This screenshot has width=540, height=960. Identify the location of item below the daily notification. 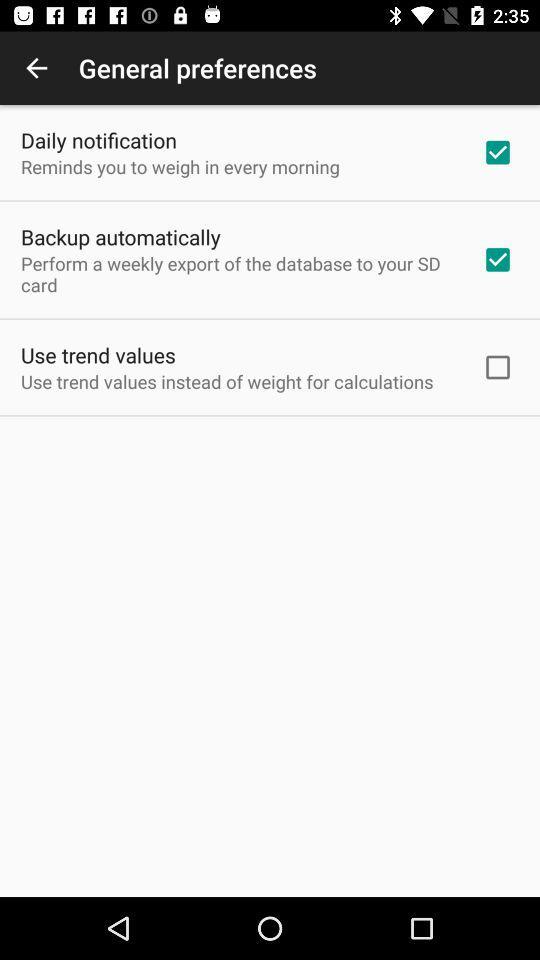
(180, 165).